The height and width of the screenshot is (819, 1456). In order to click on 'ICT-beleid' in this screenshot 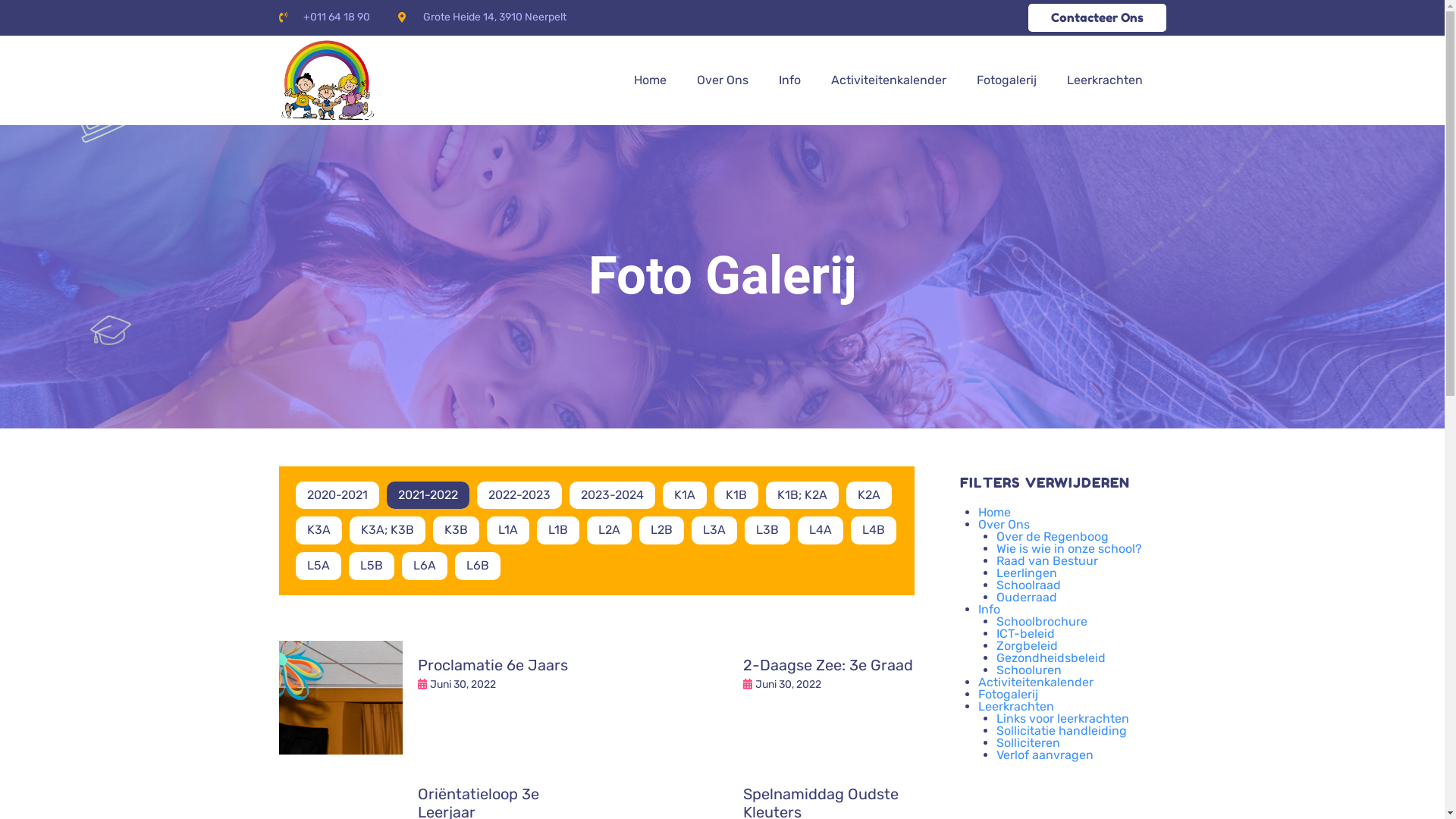, I will do `click(1025, 633)`.